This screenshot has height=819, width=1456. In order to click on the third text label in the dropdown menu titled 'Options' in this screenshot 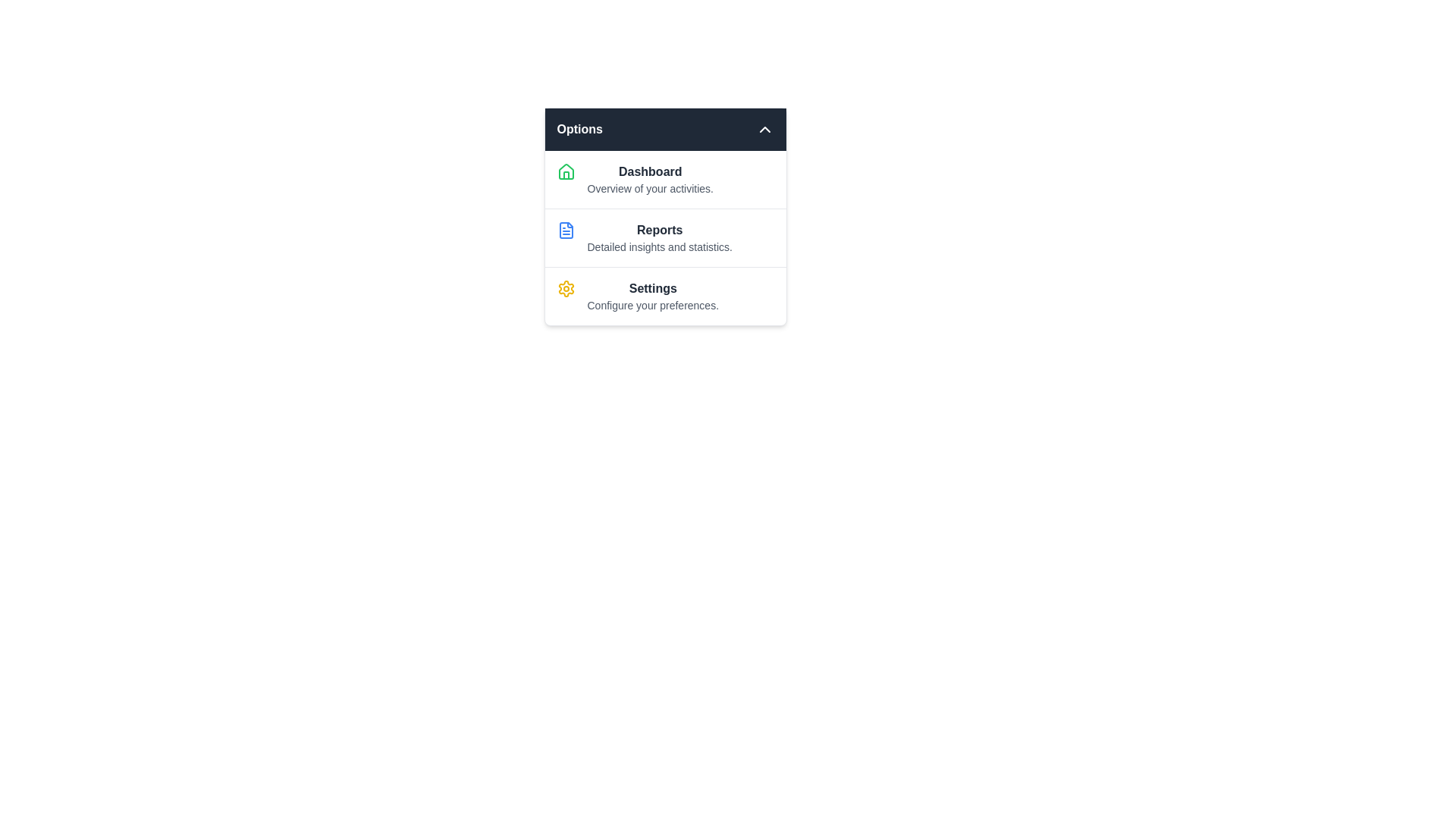, I will do `click(652, 296)`.